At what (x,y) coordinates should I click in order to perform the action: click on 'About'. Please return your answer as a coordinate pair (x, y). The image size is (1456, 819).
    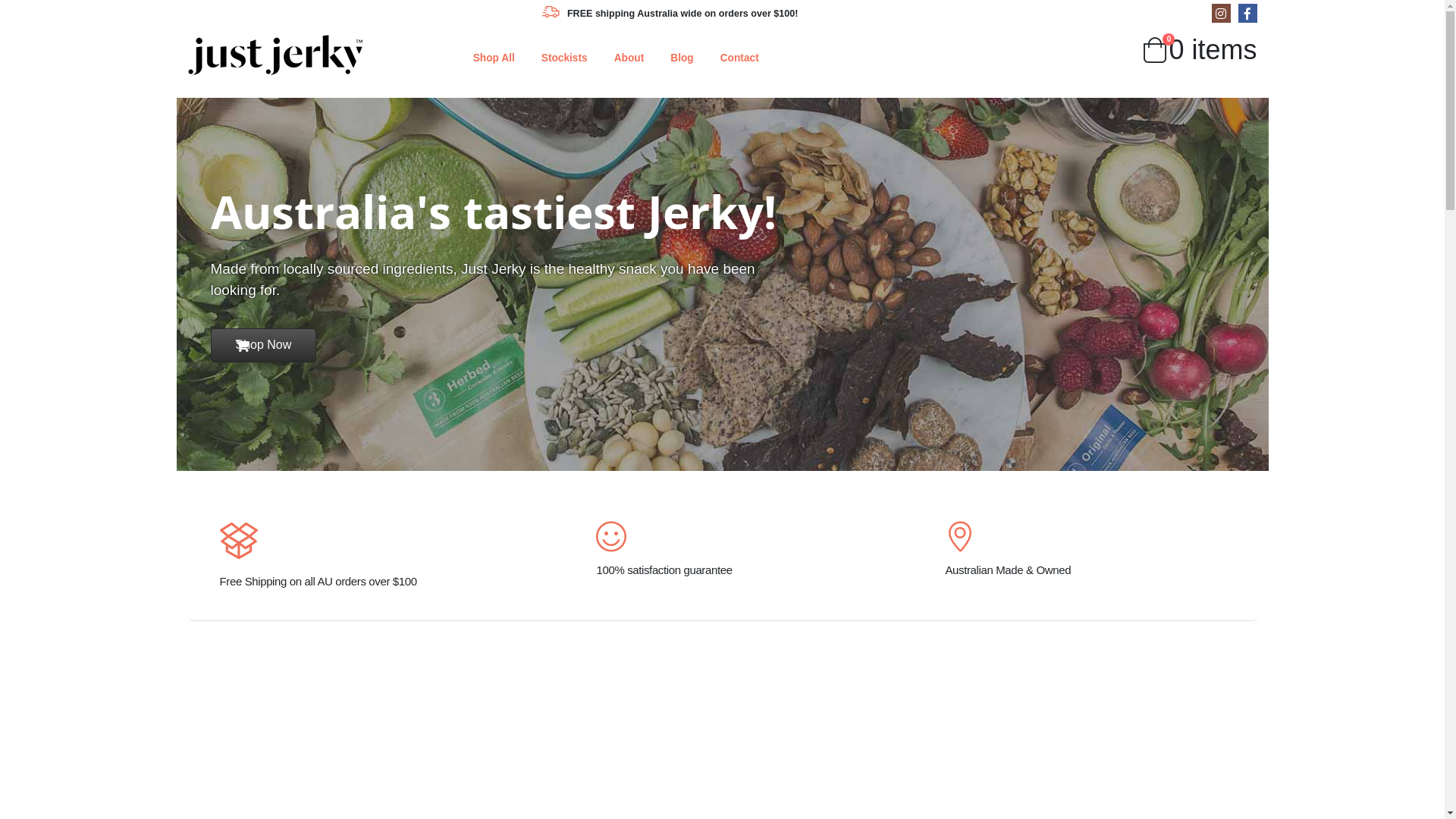
    Looking at the image, I should click on (629, 57).